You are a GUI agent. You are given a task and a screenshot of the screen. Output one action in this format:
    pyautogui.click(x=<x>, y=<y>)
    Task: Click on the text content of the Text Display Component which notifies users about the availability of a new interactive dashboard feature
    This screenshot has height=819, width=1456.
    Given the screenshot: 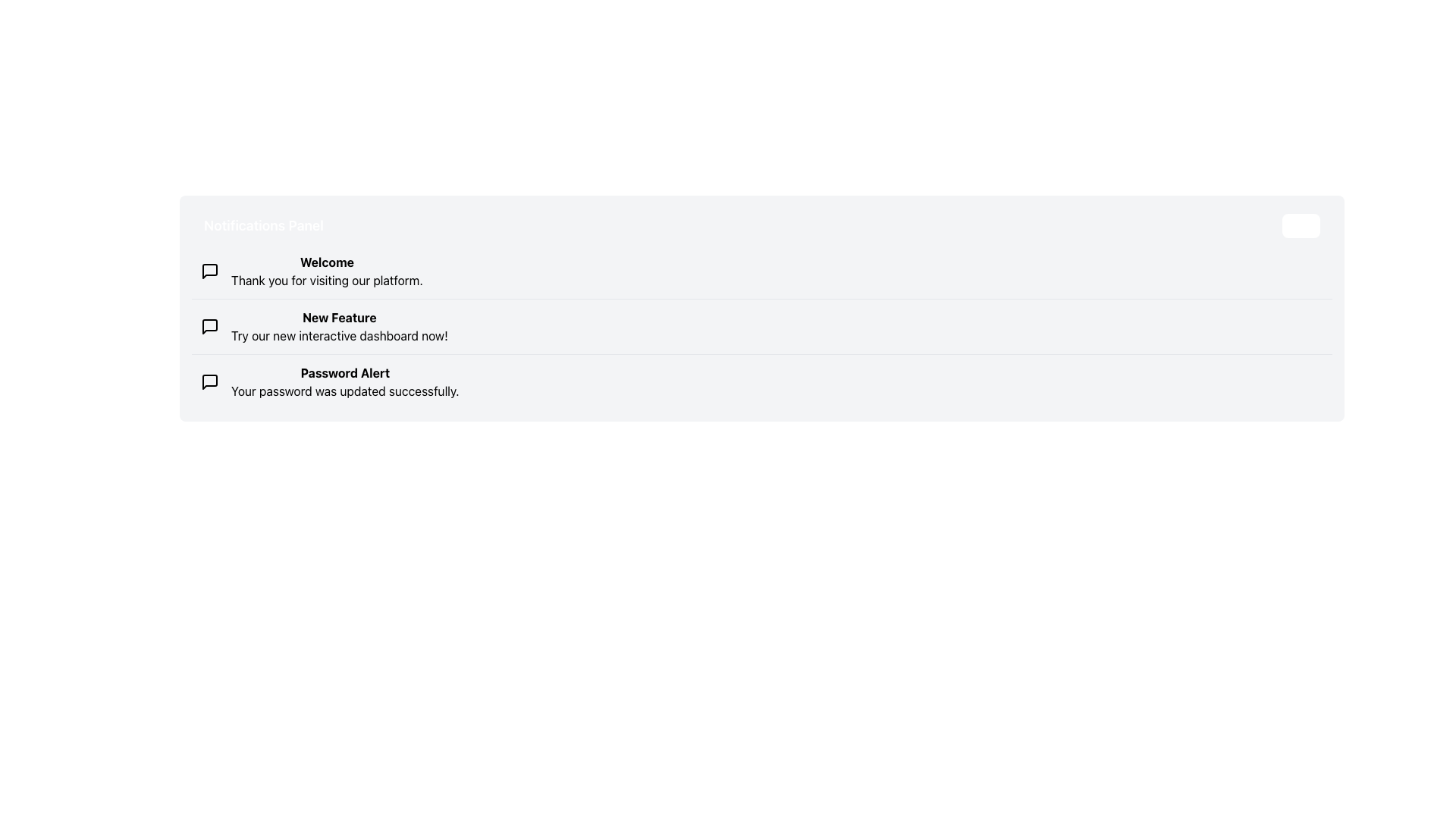 What is the action you would take?
    pyautogui.click(x=338, y=326)
    